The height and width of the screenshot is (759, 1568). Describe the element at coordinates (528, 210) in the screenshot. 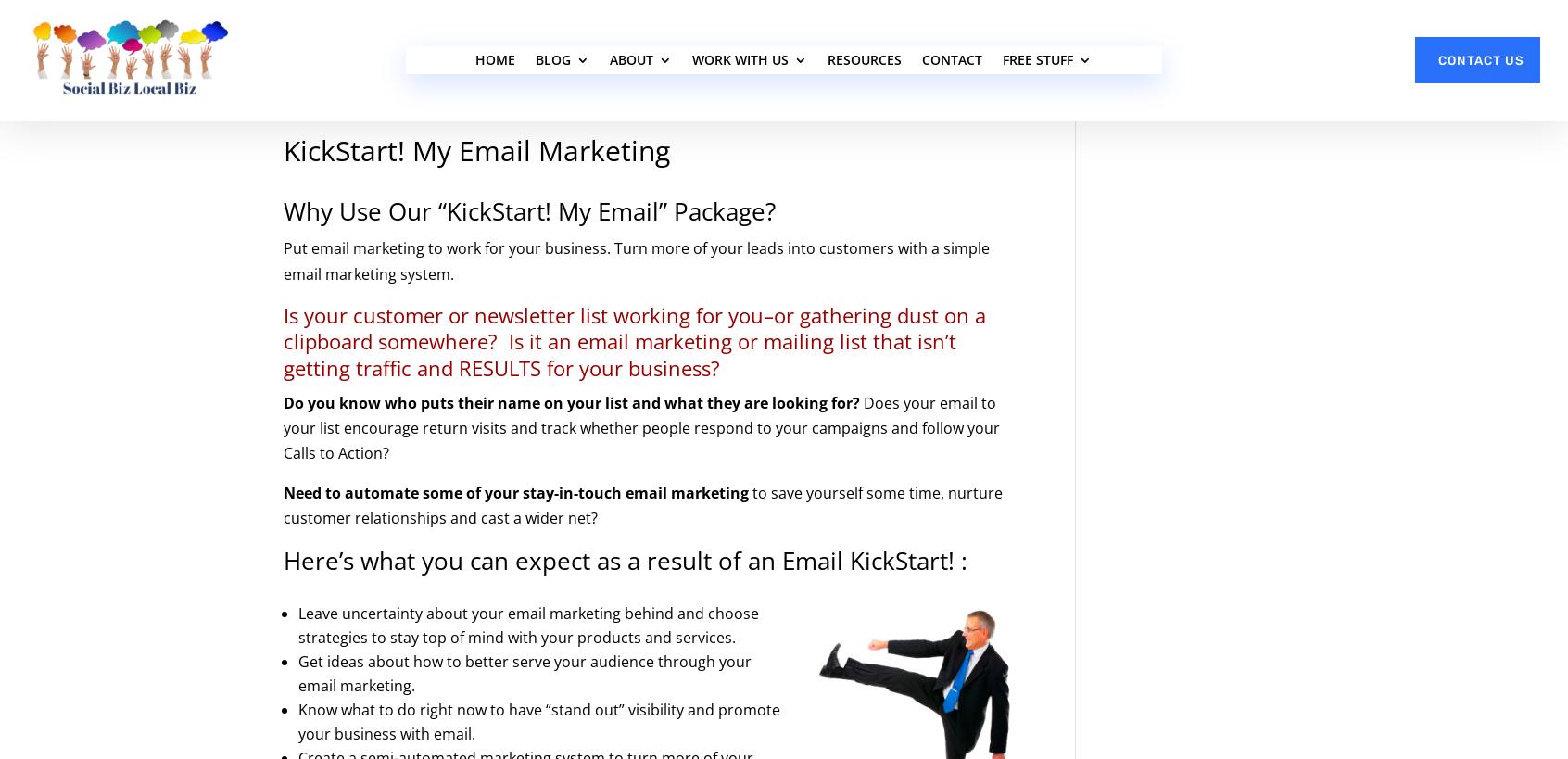

I see `'Why Use Our “KickStart! My Email” Package?'` at that location.